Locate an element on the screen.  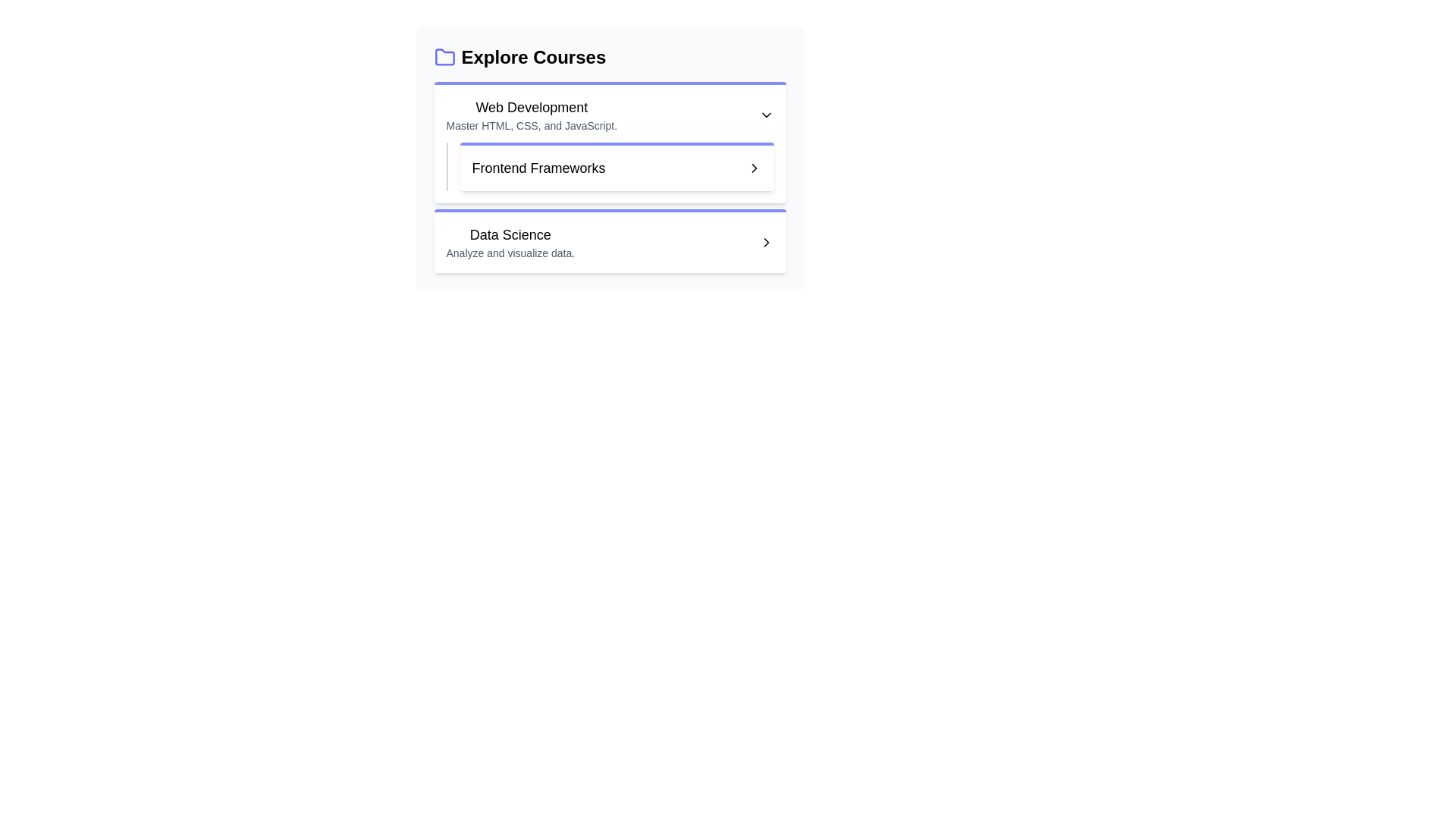
the 'Frontend Frameworks' button located beneath the 'Web Development' section in the vertical stack of selectable items is located at coordinates (610, 177).